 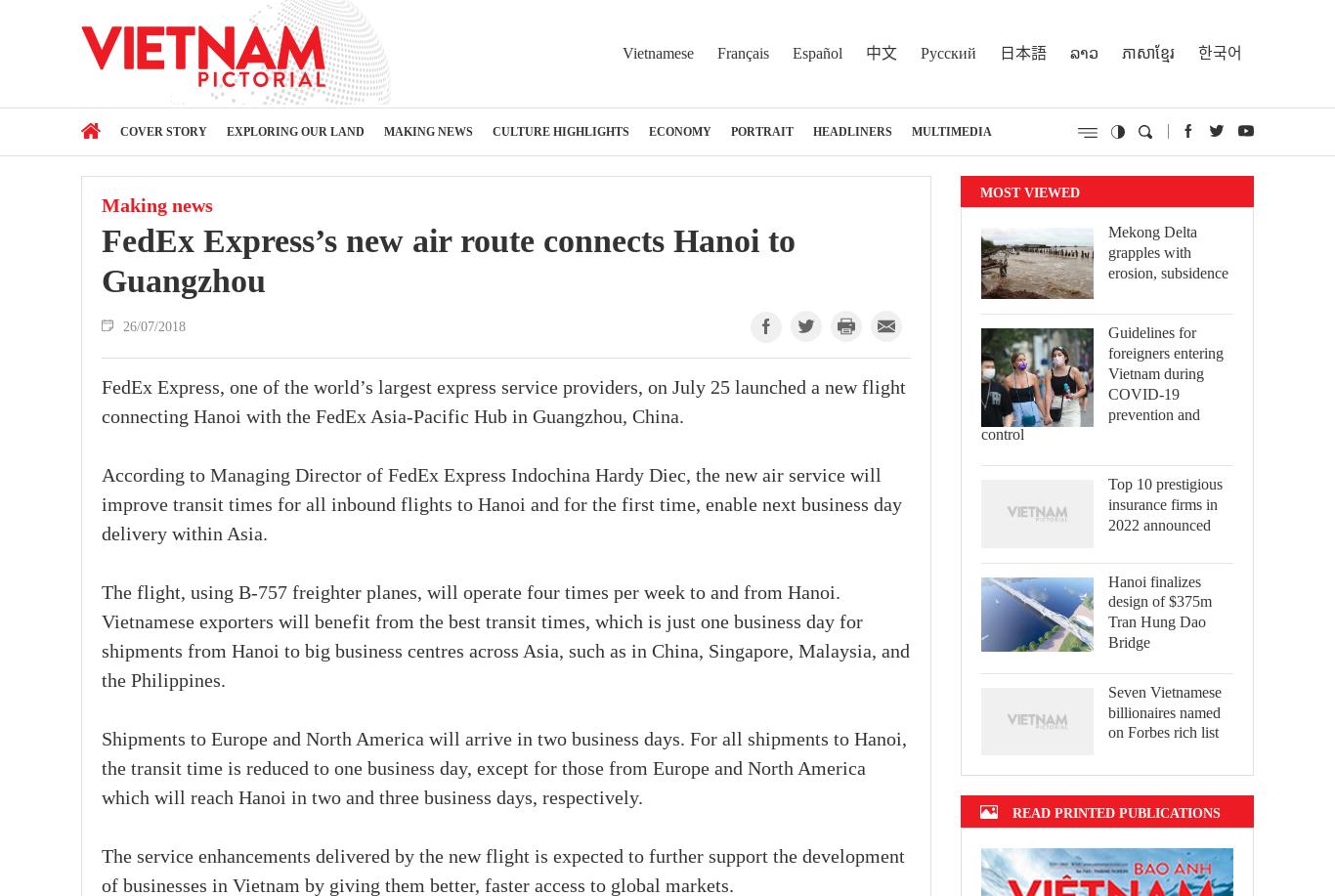 I want to click on '26/07/2018', so click(x=153, y=324).